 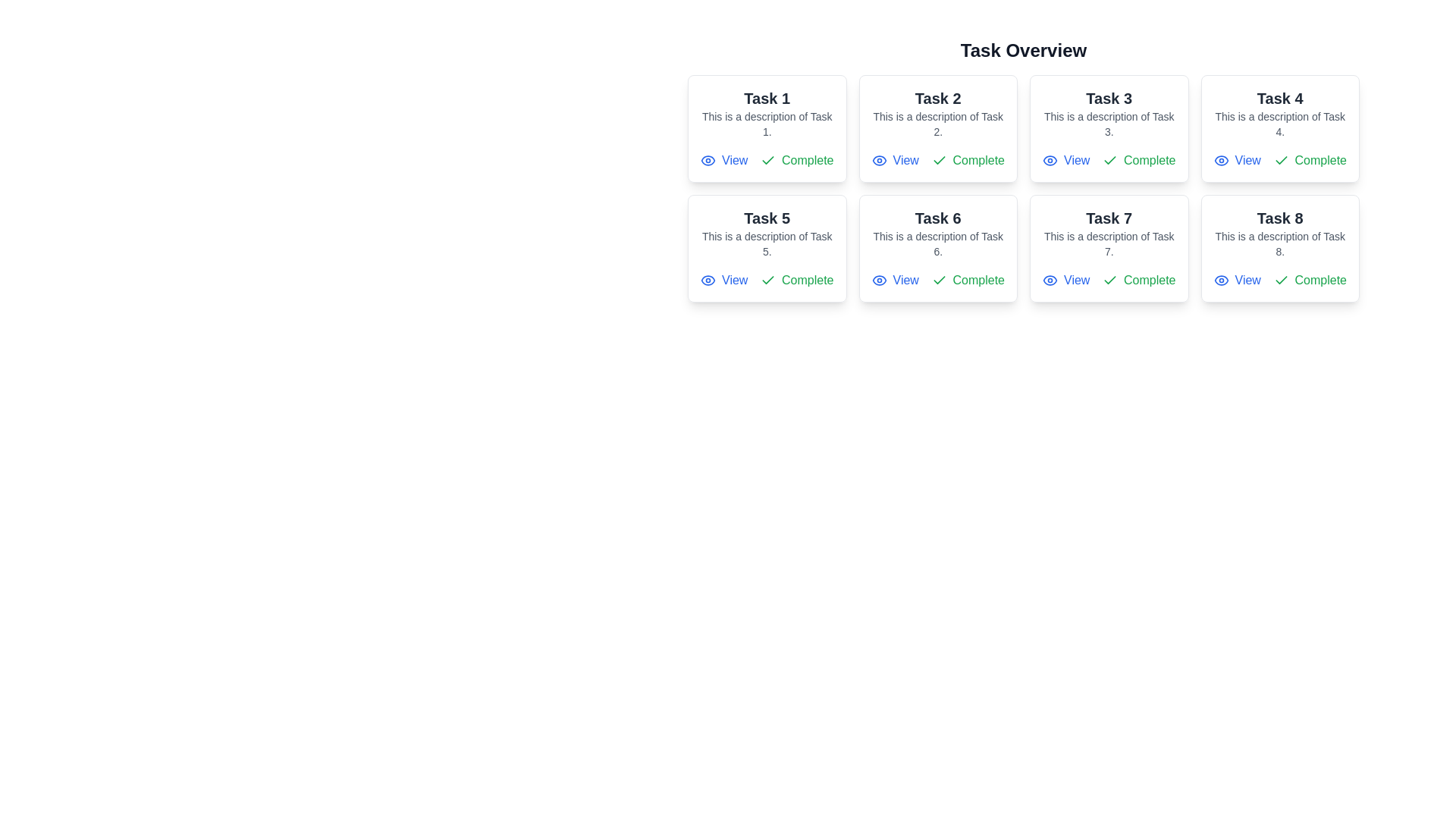 I want to click on the button located at the bottom of the 'Task 7' card, positioned to the right of the 'View' label, to mark the task as complete, so click(x=1139, y=281).